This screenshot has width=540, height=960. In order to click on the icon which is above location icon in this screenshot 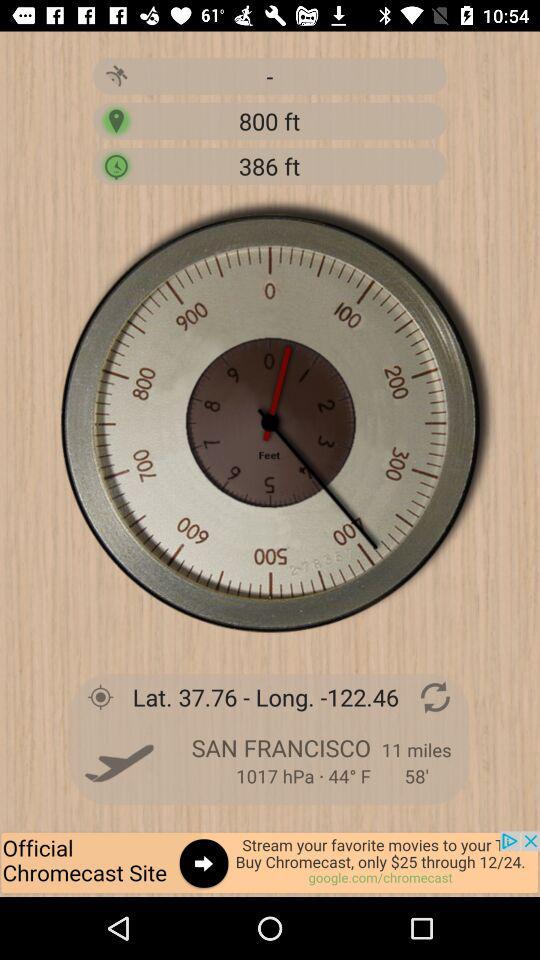, I will do `click(116, 76)`.